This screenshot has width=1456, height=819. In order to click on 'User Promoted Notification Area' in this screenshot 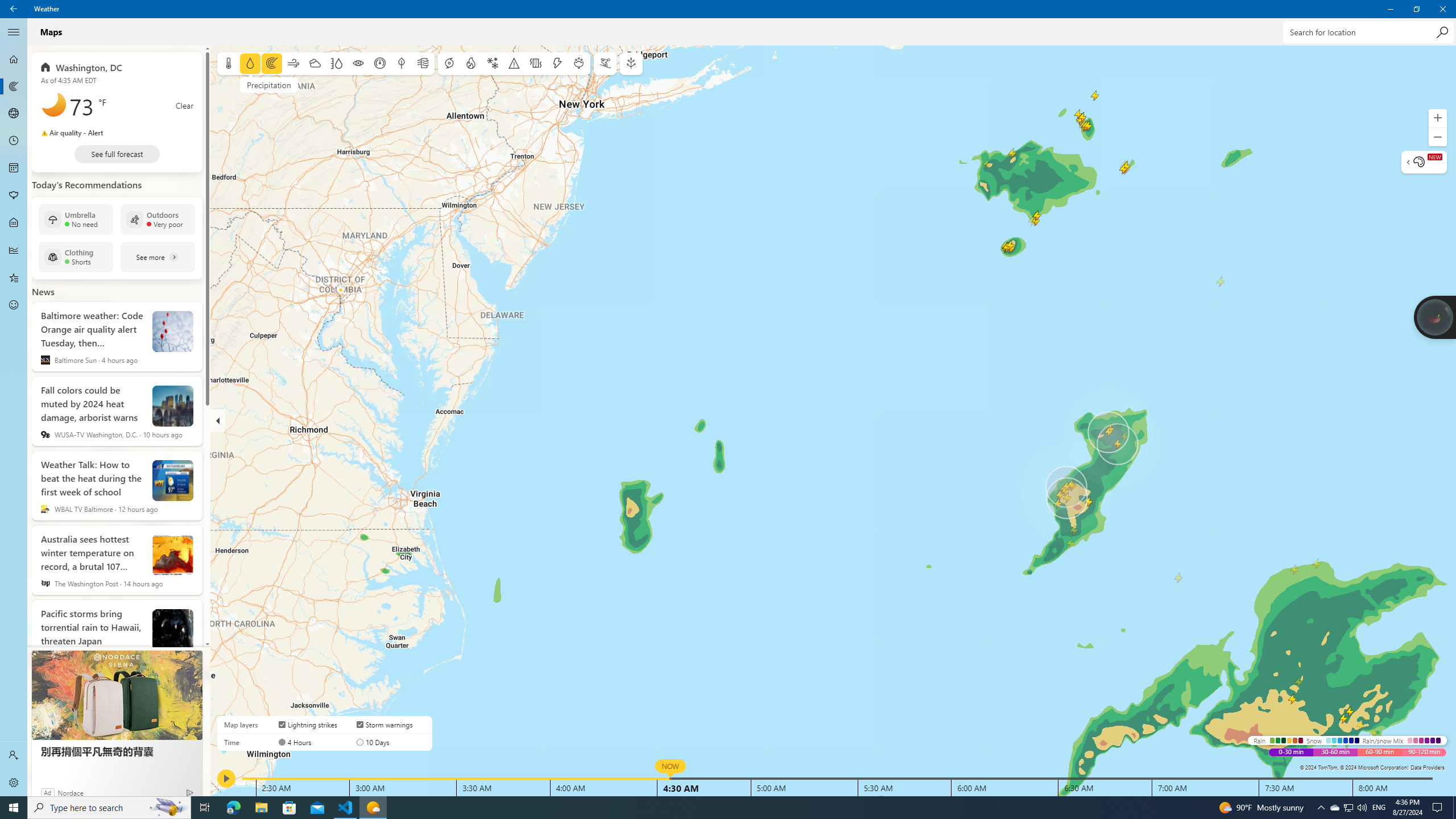, I will do `click(1347, 806)`.